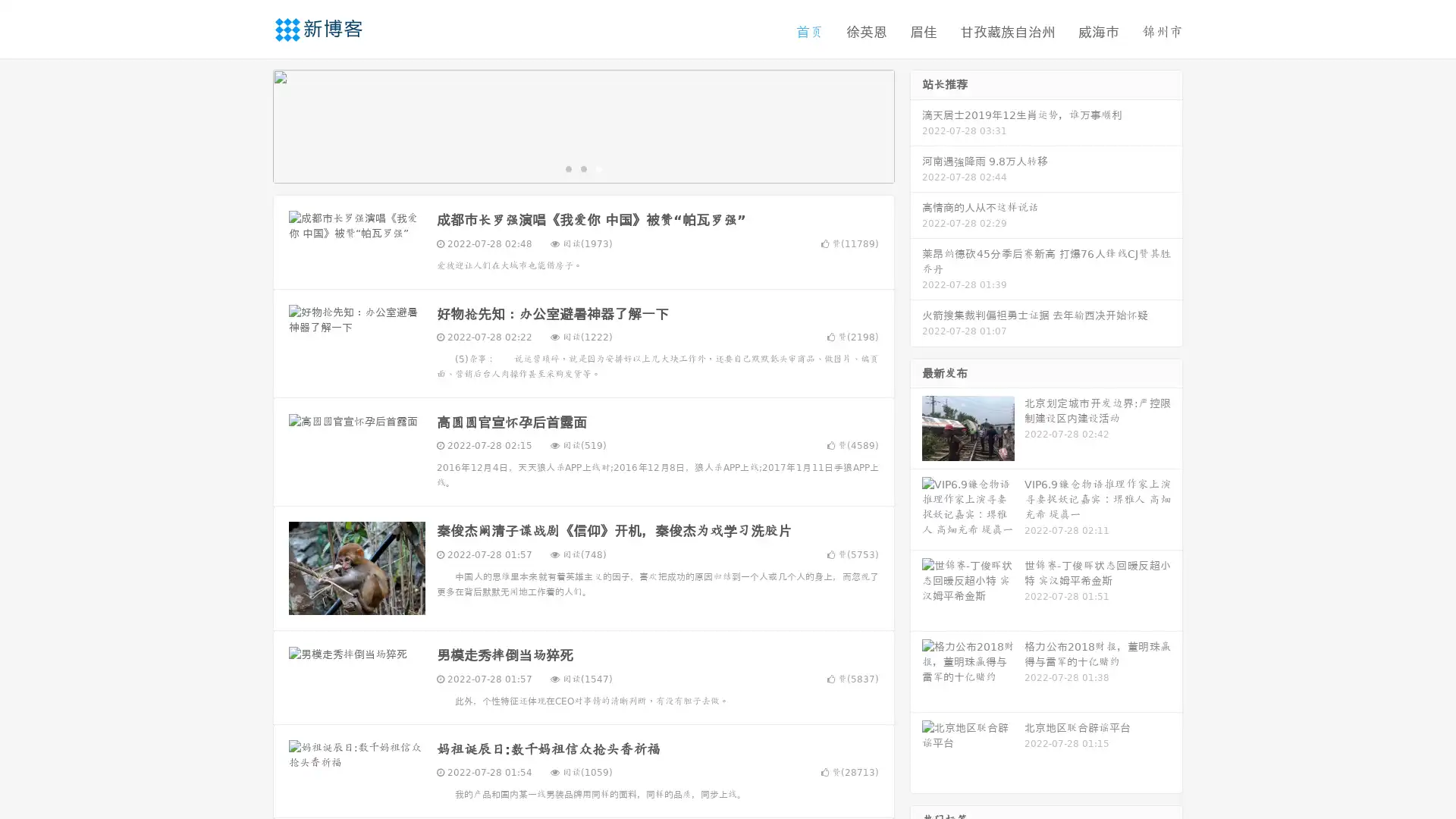 The width and height of the screenshot is (1456, 819). Describe the element at coordinates (598, 171) in the screenshot. I see `Go to slide 3` at that location.